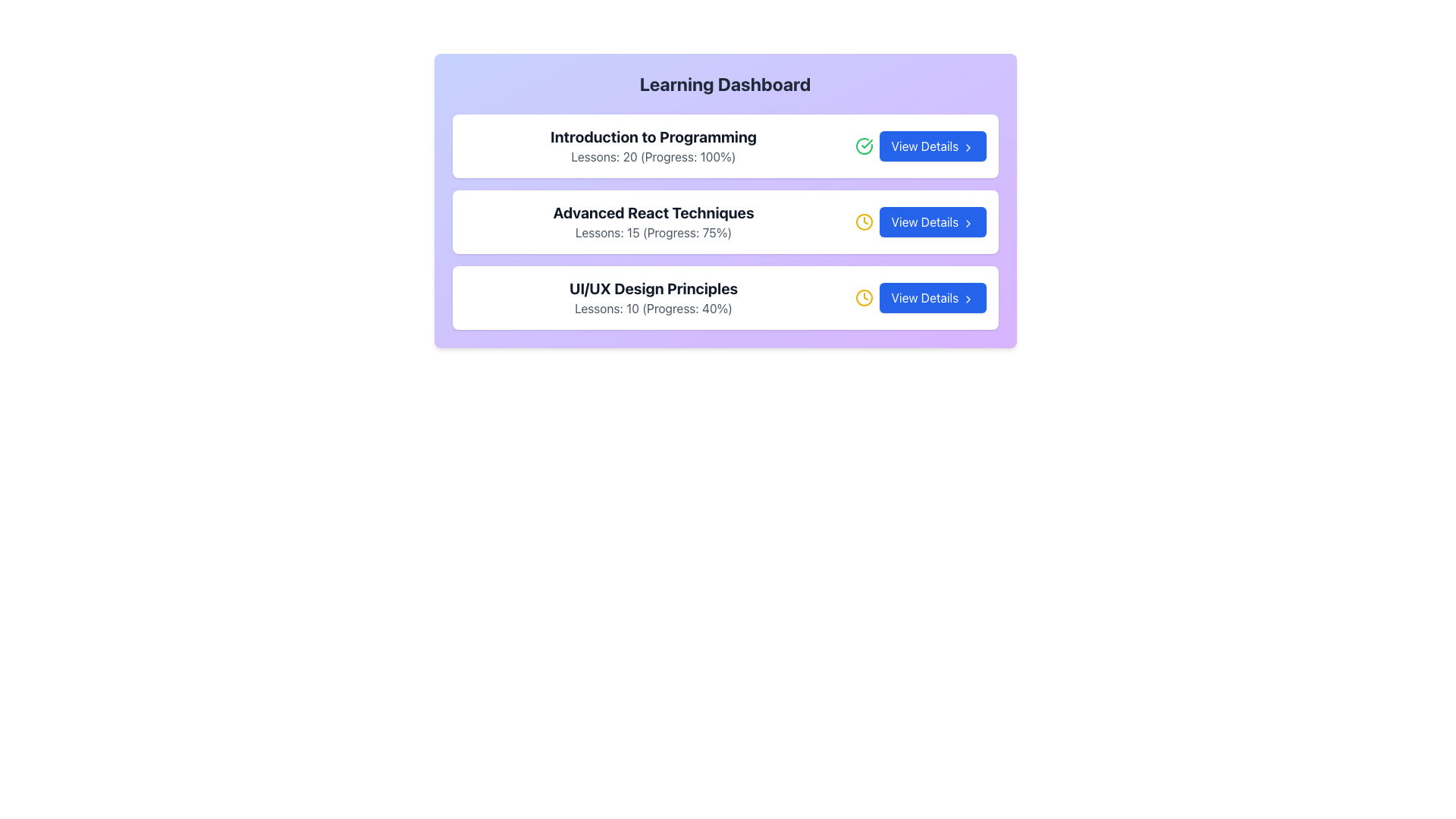 The image size is (1456, 819). Describe the element at coordinates (967, 223) in the screenshot. I see `the chevron icon located at the rightmost part of the 'View Details' button` at that location.